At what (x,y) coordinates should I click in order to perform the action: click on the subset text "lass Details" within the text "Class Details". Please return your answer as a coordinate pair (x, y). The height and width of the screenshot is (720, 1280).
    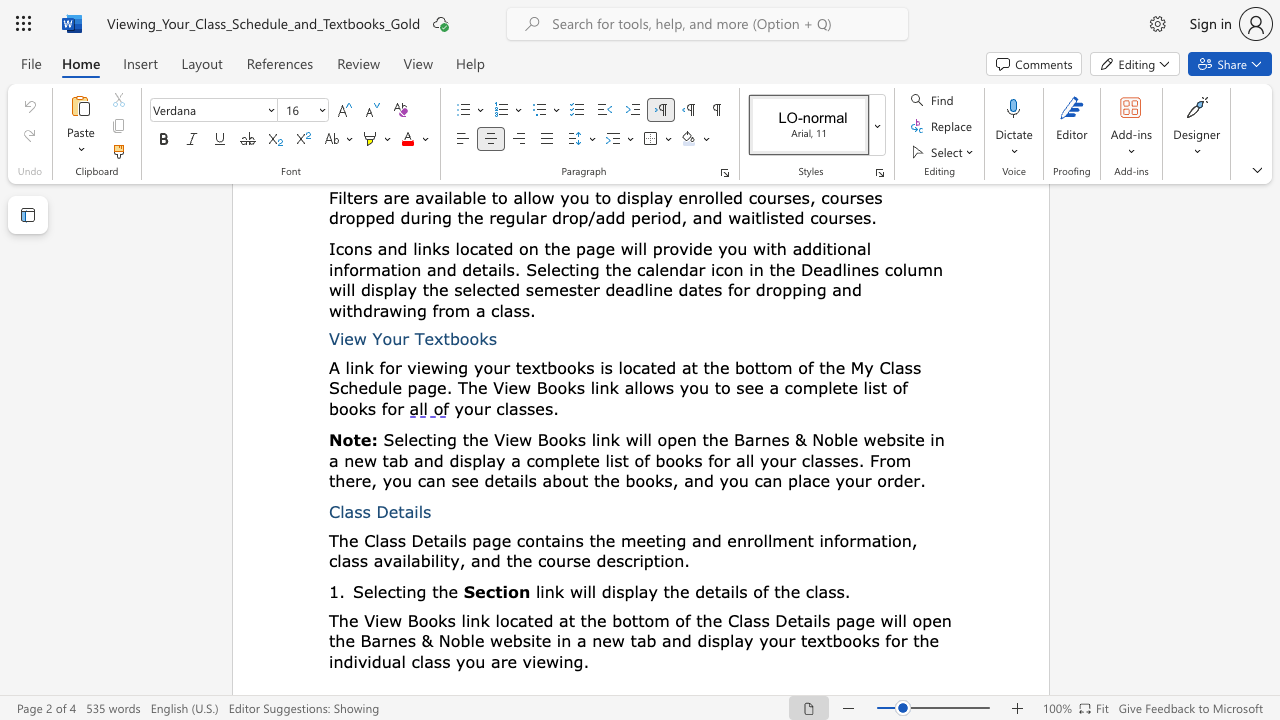
    Looking at the image, I should click on (340, 510).